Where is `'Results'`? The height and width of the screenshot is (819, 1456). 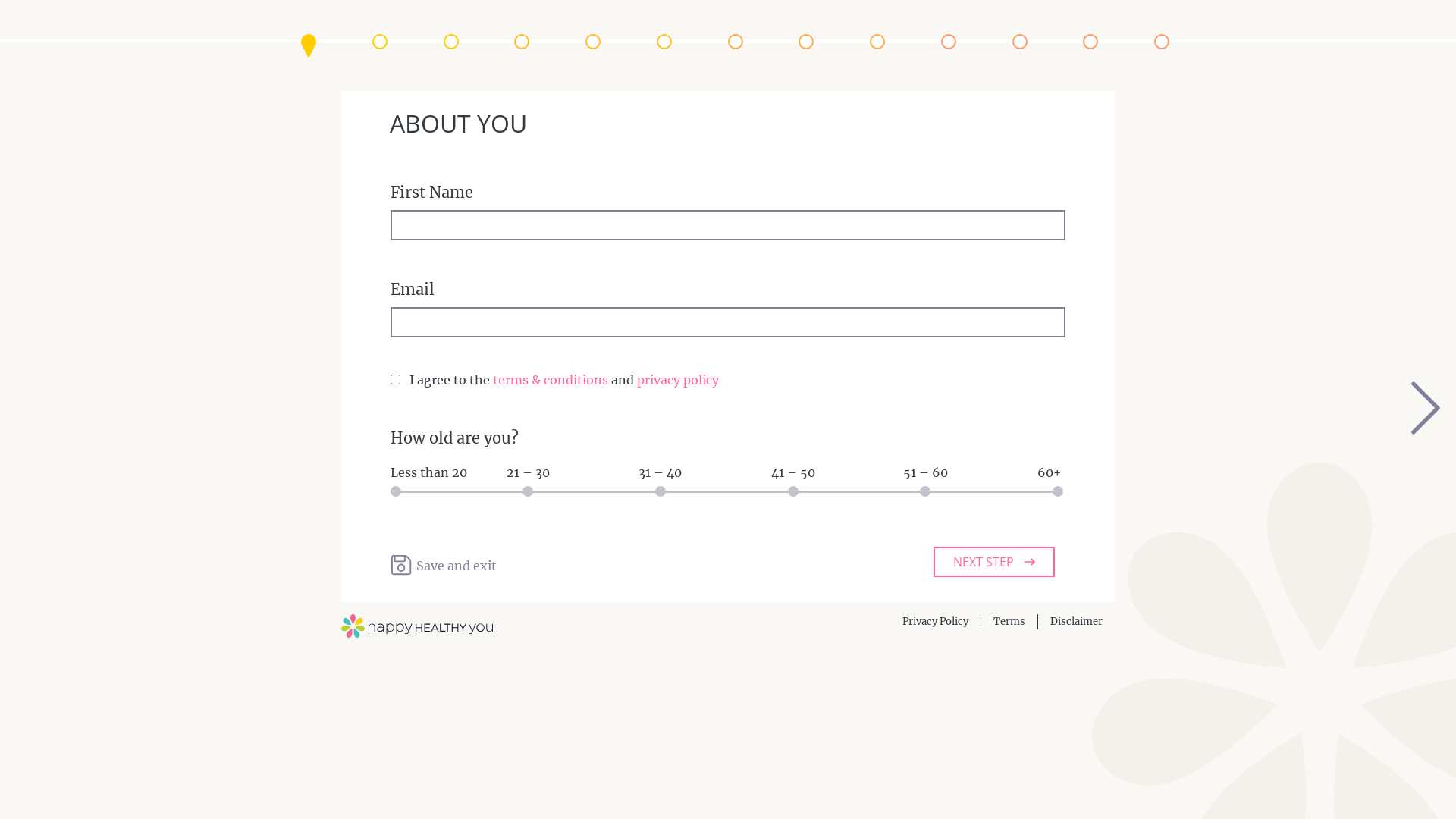
'Results' is located at coordinates (1153, 40).